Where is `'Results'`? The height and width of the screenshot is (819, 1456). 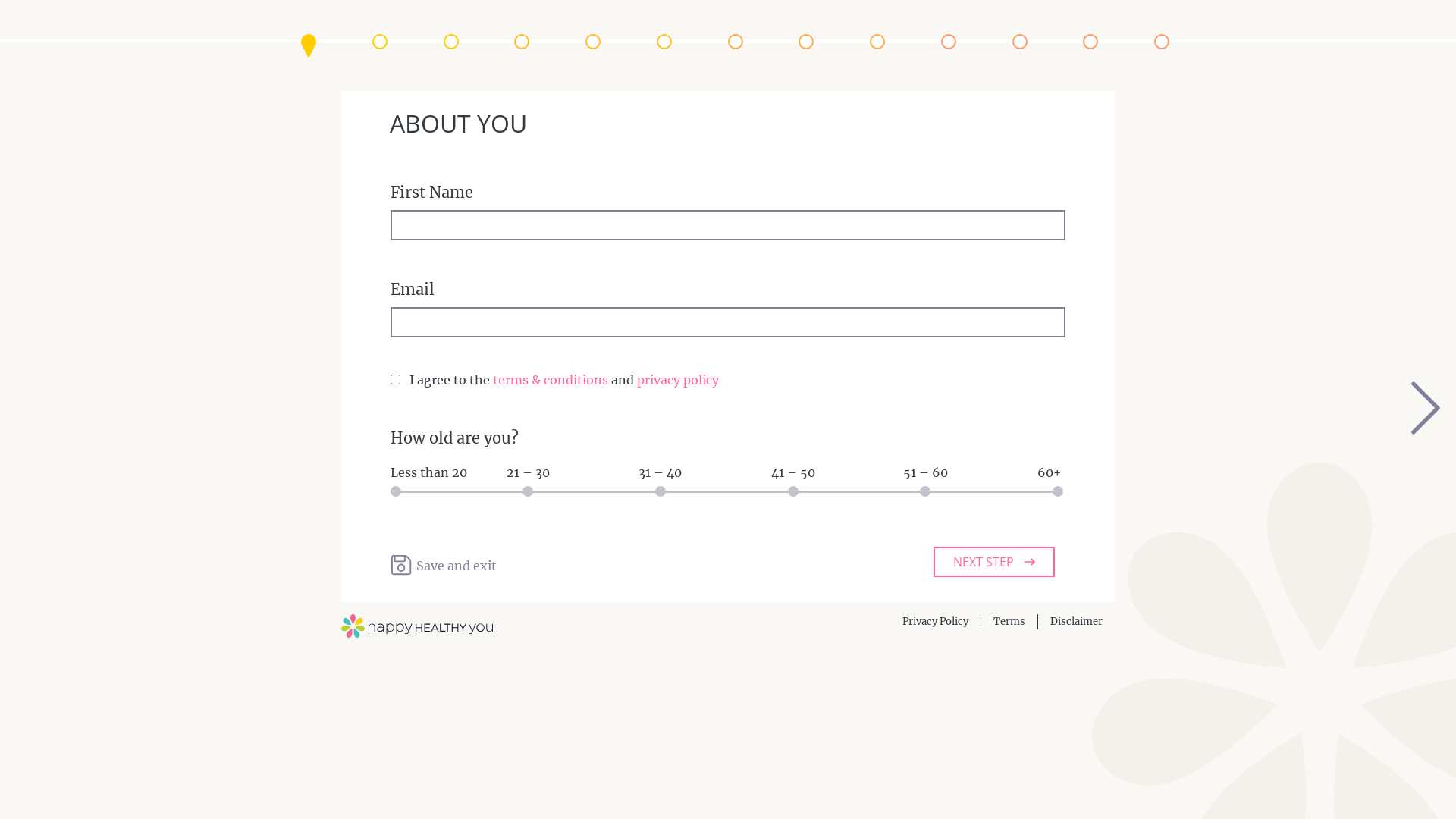
'Results' is located at coordinates (1153, 40).